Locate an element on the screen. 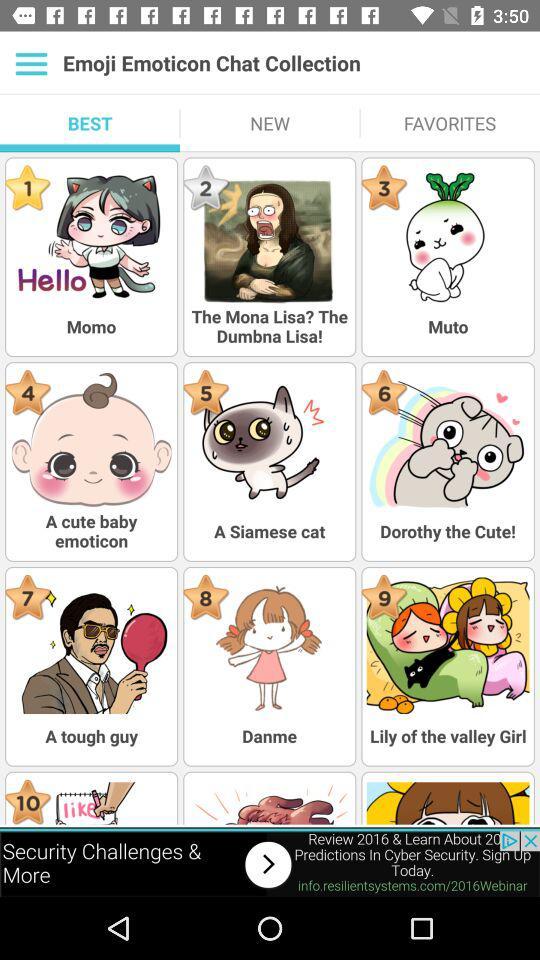  visit advertised website is located at coordinates (270, 863).